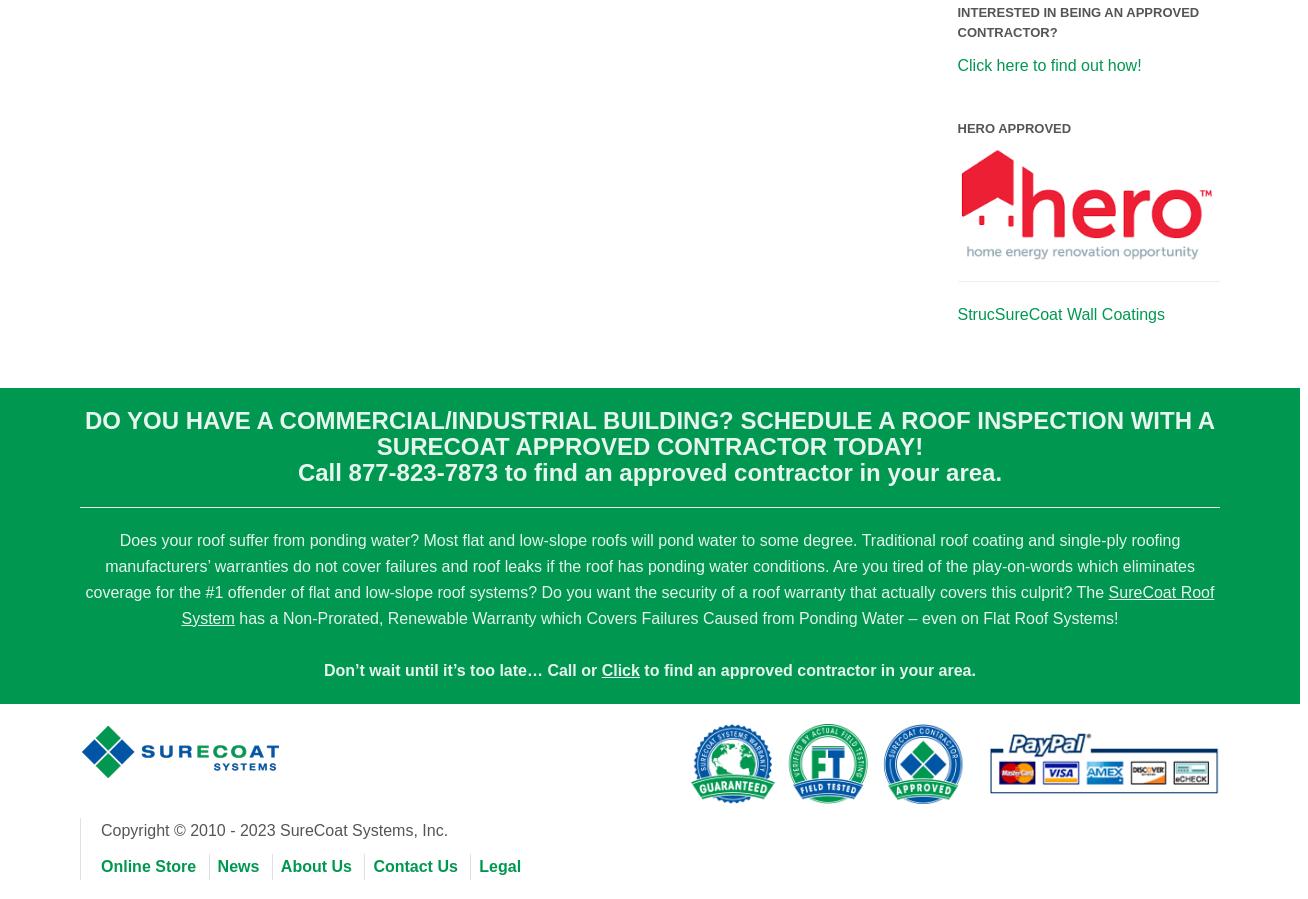 Image resolution: width=1308 pixels, height=899 pixels. Describe the element at coordinates (414, 865) in the screenshot. I see `'Contact Us'` at that location.